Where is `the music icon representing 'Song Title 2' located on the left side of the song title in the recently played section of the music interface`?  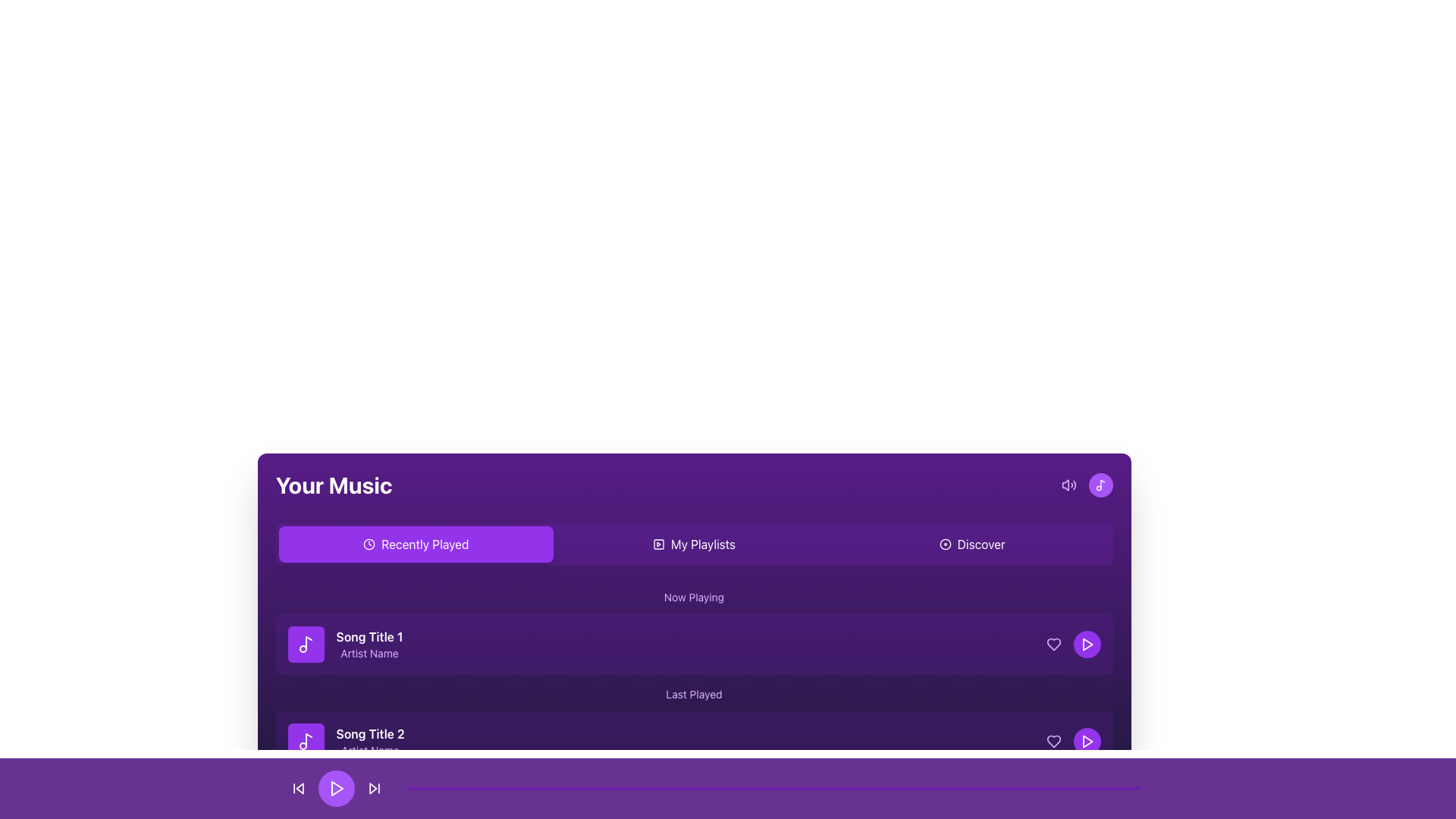 the music icon representing 'Song Title 2' located on the left side of the song title in the recently played section of the music interface is located at coordinates (305, 741).